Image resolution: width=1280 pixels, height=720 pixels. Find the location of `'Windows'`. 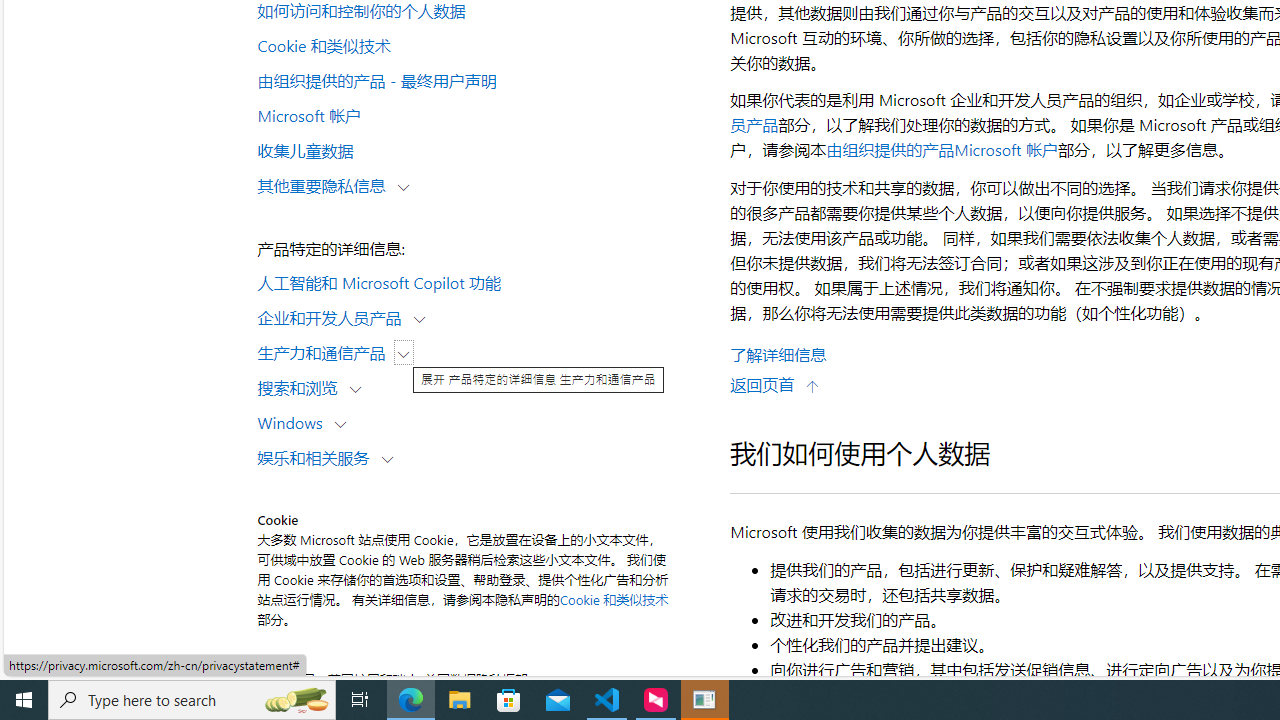

'Windows' is located at coordinates (294, 420).